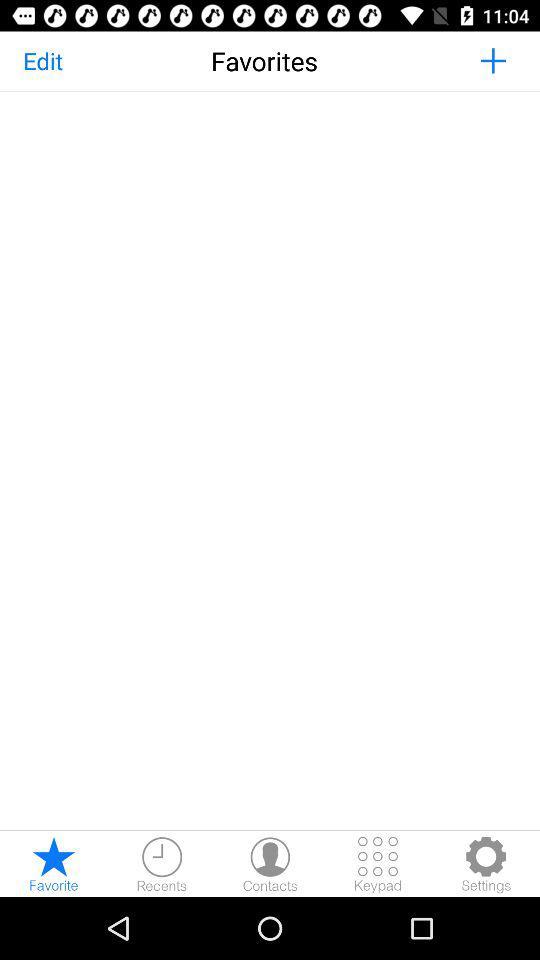  What do you see at coordinates (270, 863) in the screenshot?
I see `open contact` at bounding box center [270, 863].